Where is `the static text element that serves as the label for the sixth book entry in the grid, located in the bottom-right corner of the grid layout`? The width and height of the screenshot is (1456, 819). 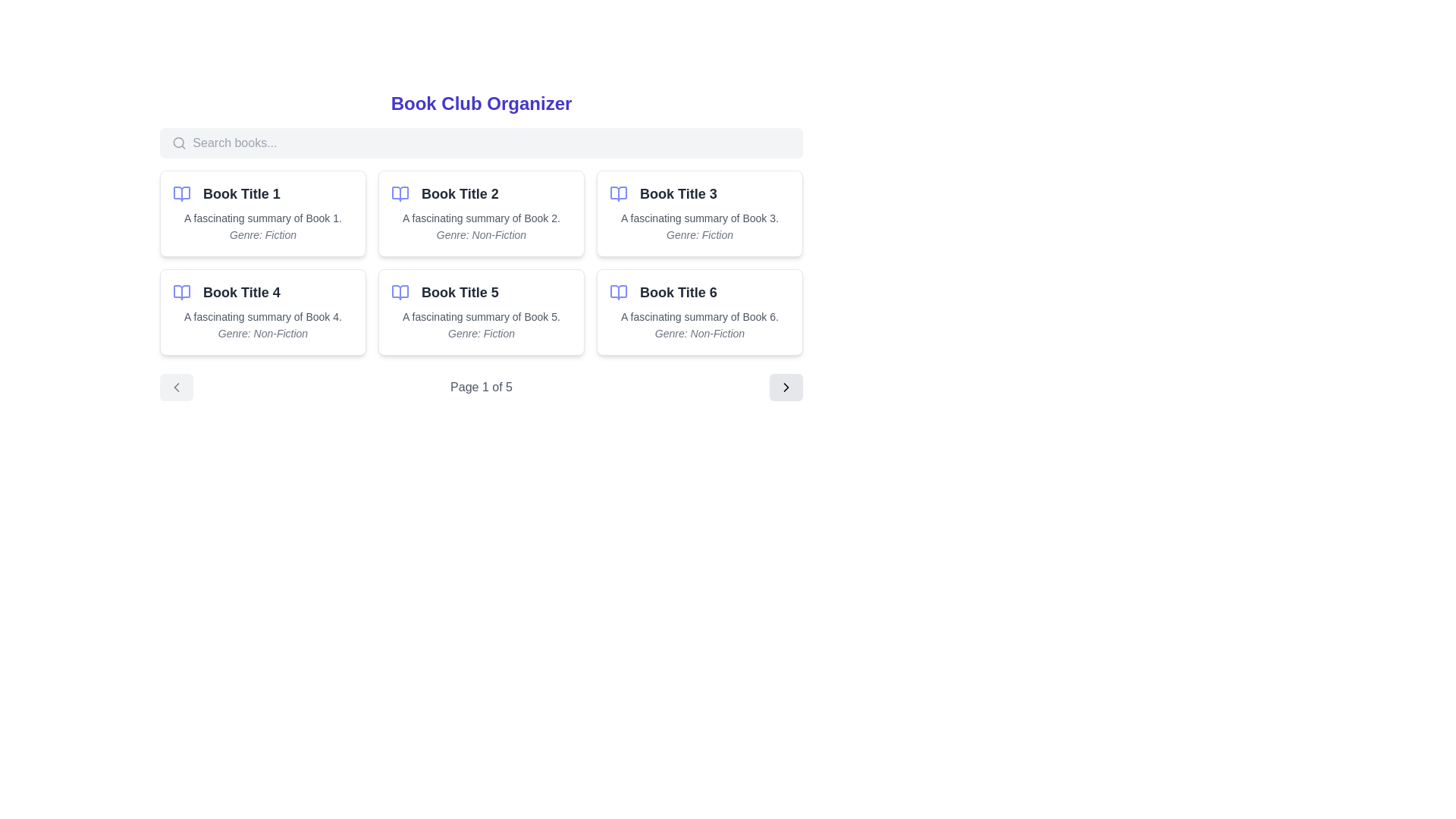
the static text element that serves as the label for the sixth book entry in the grid, located in the bottom-right corner of the grid layout is located at coordinates (677, 292).